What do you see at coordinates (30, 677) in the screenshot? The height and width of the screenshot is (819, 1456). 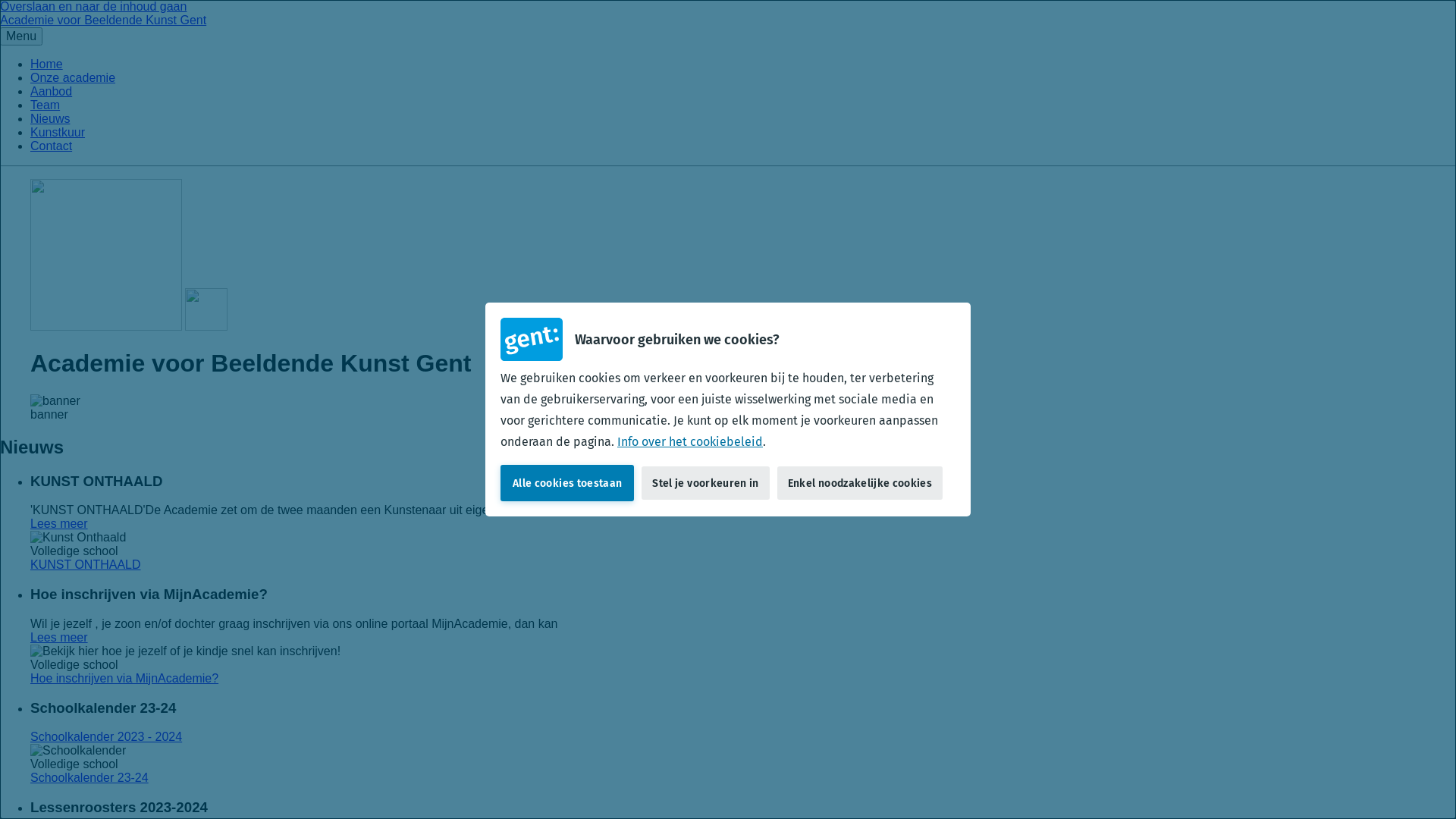 I see `'Hoe inschrijven via MijnAcademie?'` at bounding box center [30, 677].